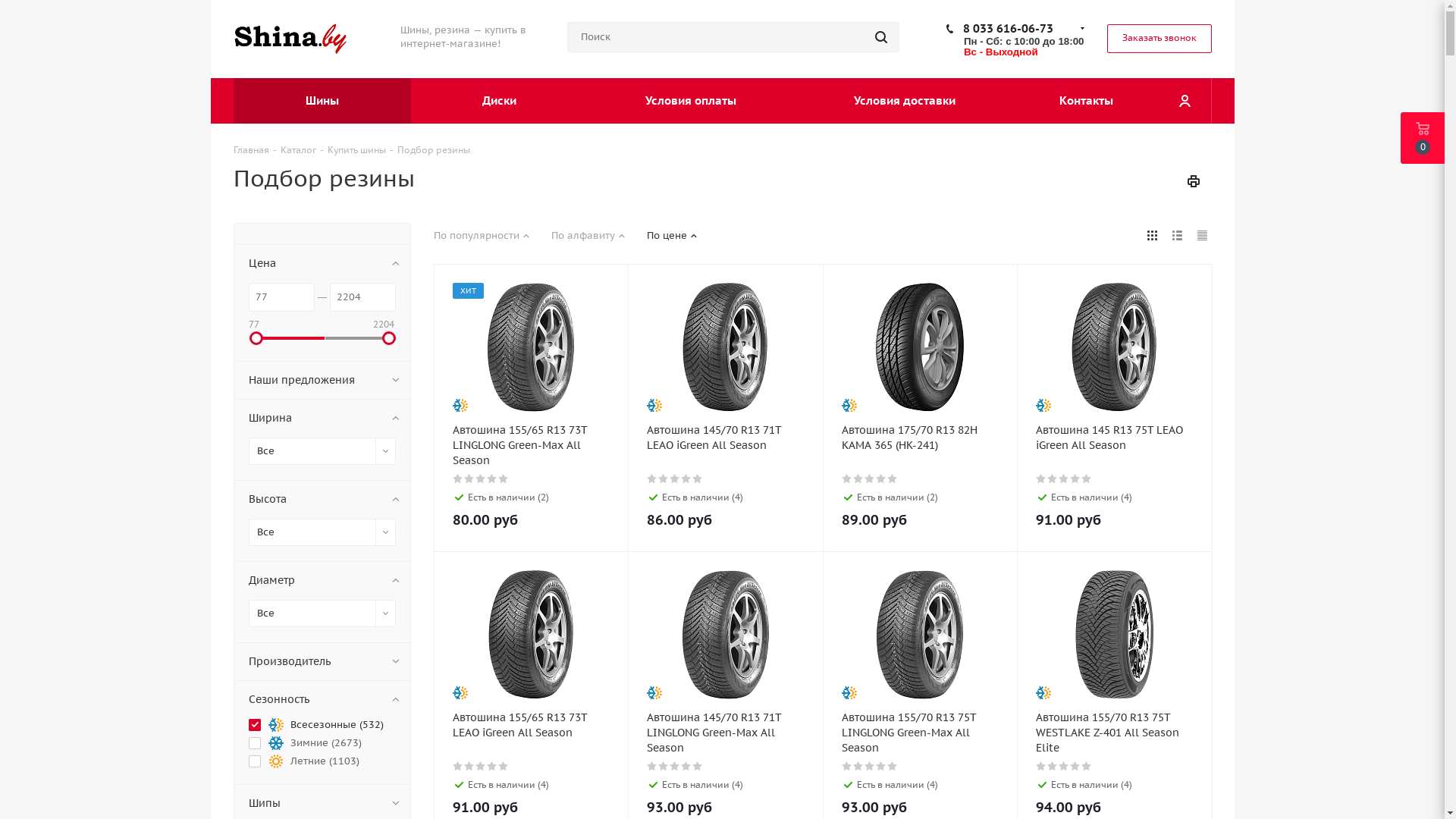 The width and height of the screenshot is (1456, 819). Describe the element at coordinates (1008, 28) in the screenshot. I see `'8 033 616-06-73'` at that location.